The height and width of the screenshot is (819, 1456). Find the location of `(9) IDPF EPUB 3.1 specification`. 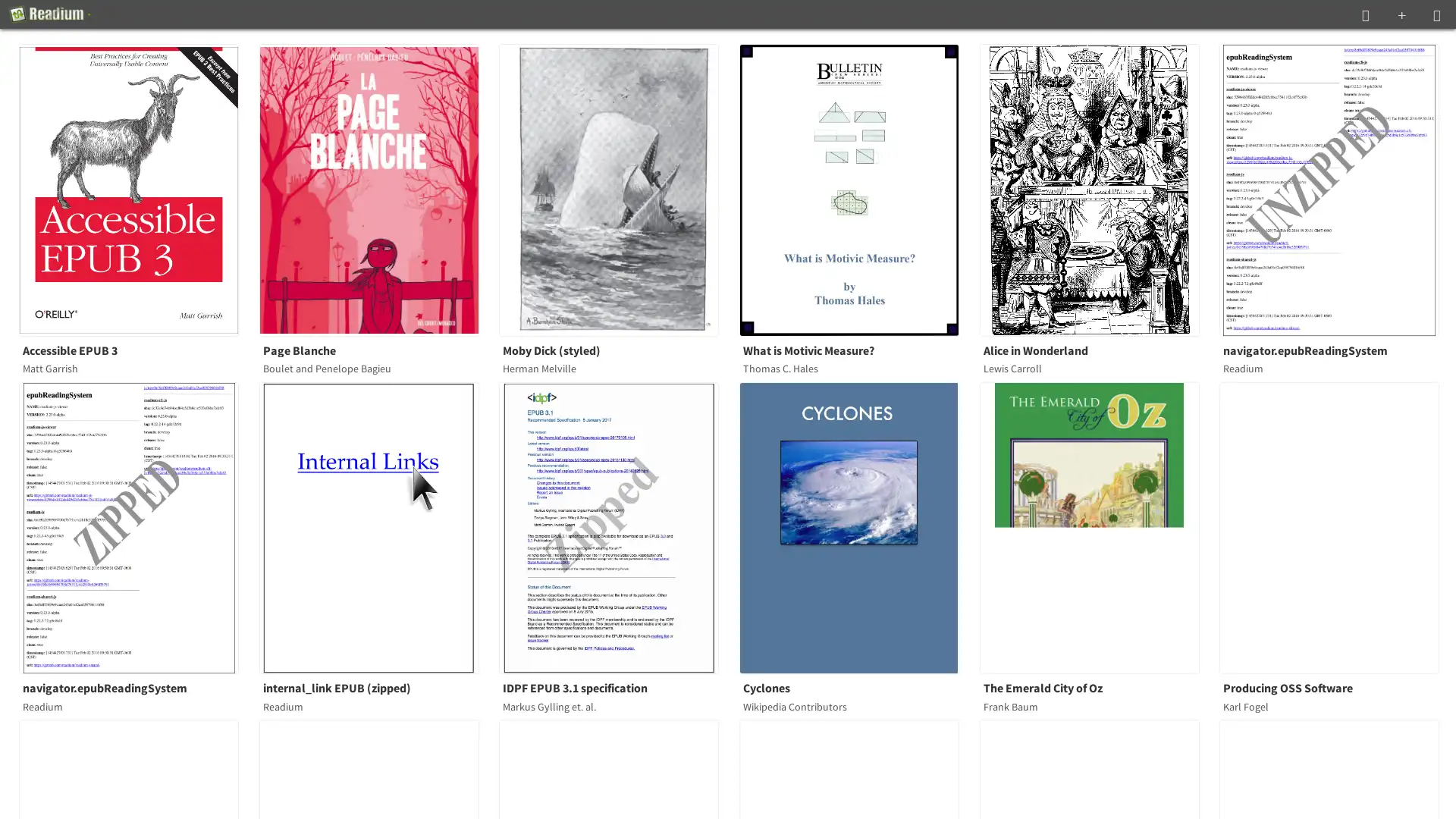

(9) IDPF EPUB 3.1 specification is located at coordinates (618, 526).